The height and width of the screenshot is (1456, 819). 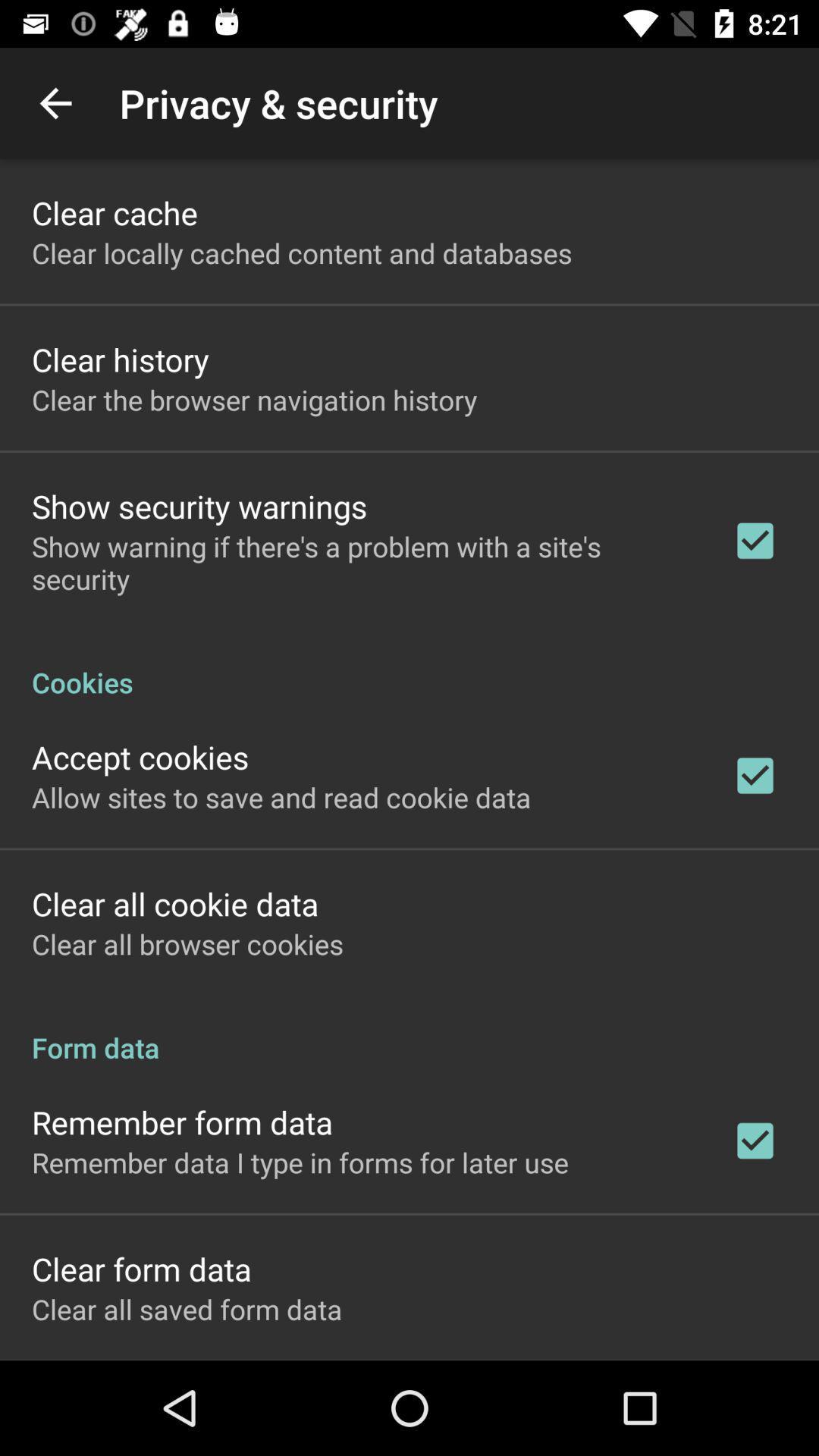 I want to click on accept cookies, so click(x=140, y=757).